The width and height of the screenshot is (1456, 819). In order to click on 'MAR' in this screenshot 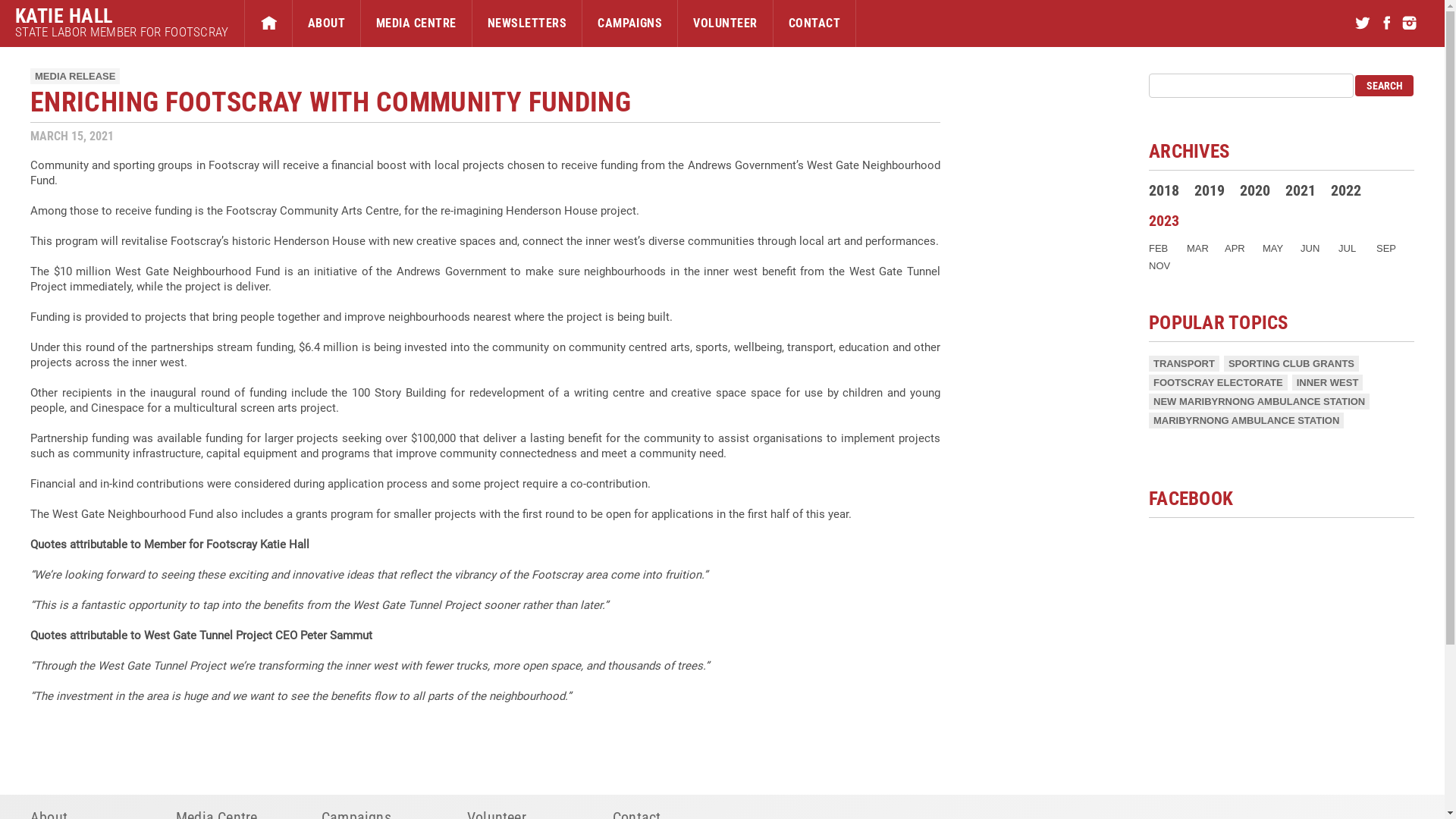, I will do `click(1197, 247)`.